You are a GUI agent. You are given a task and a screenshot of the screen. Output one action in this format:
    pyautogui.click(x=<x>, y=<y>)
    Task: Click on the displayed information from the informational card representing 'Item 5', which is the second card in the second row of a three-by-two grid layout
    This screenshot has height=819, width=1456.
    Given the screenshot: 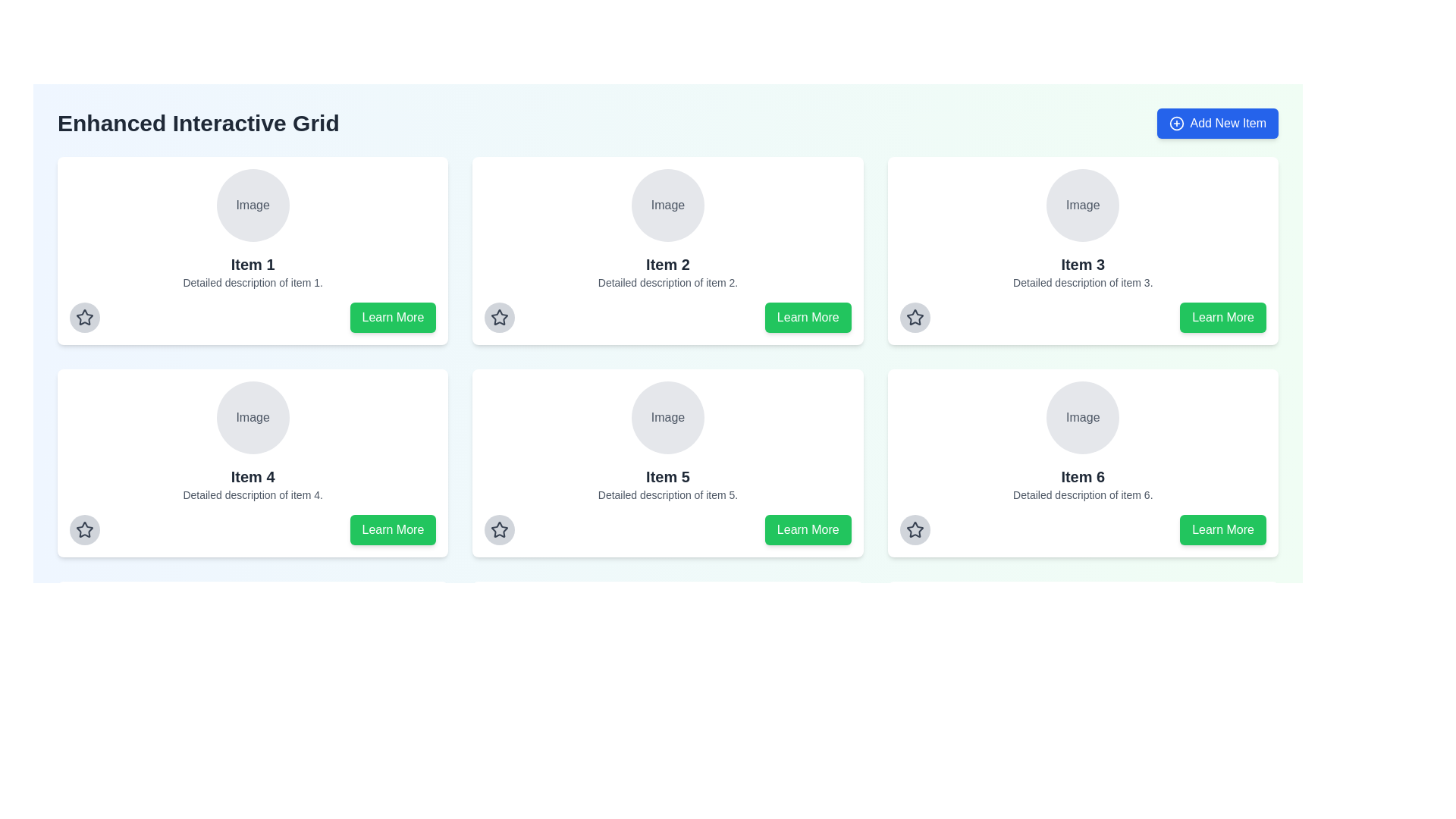 What is the action you would take?
    pyautogui.click(x=667, y=441)
    